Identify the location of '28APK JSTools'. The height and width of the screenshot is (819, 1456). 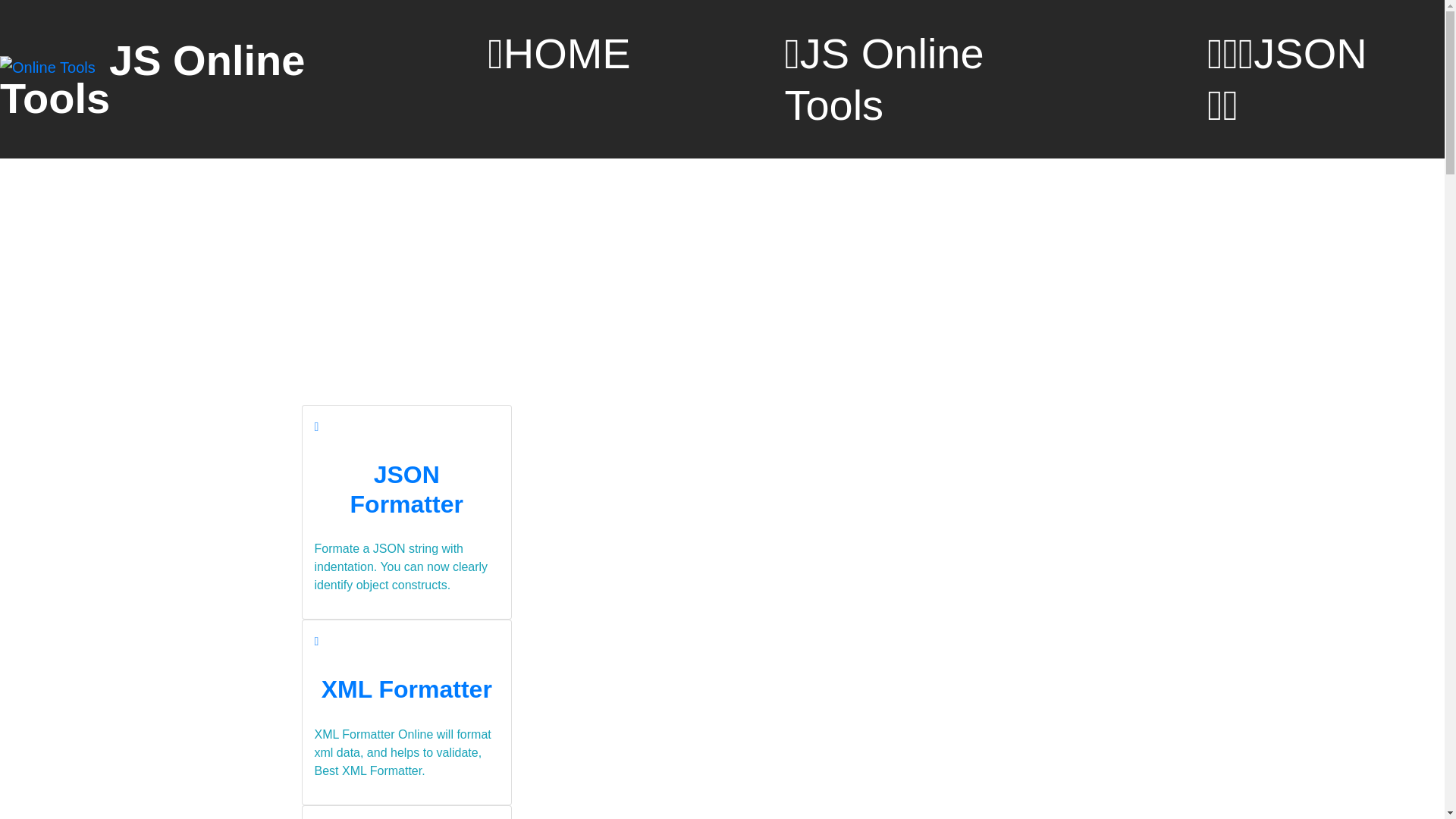
(49, 66).